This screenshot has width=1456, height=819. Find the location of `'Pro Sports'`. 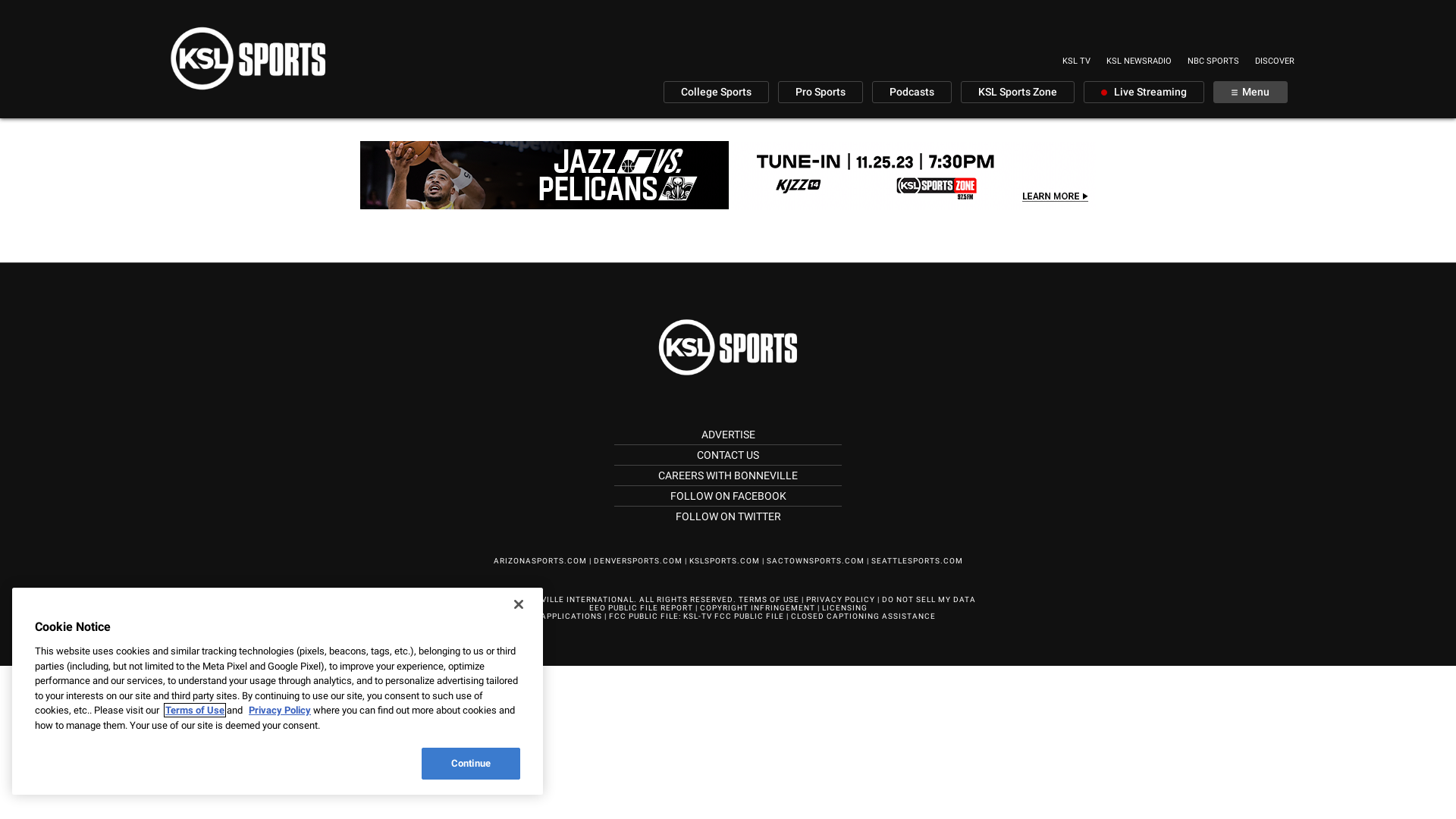

'Pro Sports' is located at coordinates (778, 92).